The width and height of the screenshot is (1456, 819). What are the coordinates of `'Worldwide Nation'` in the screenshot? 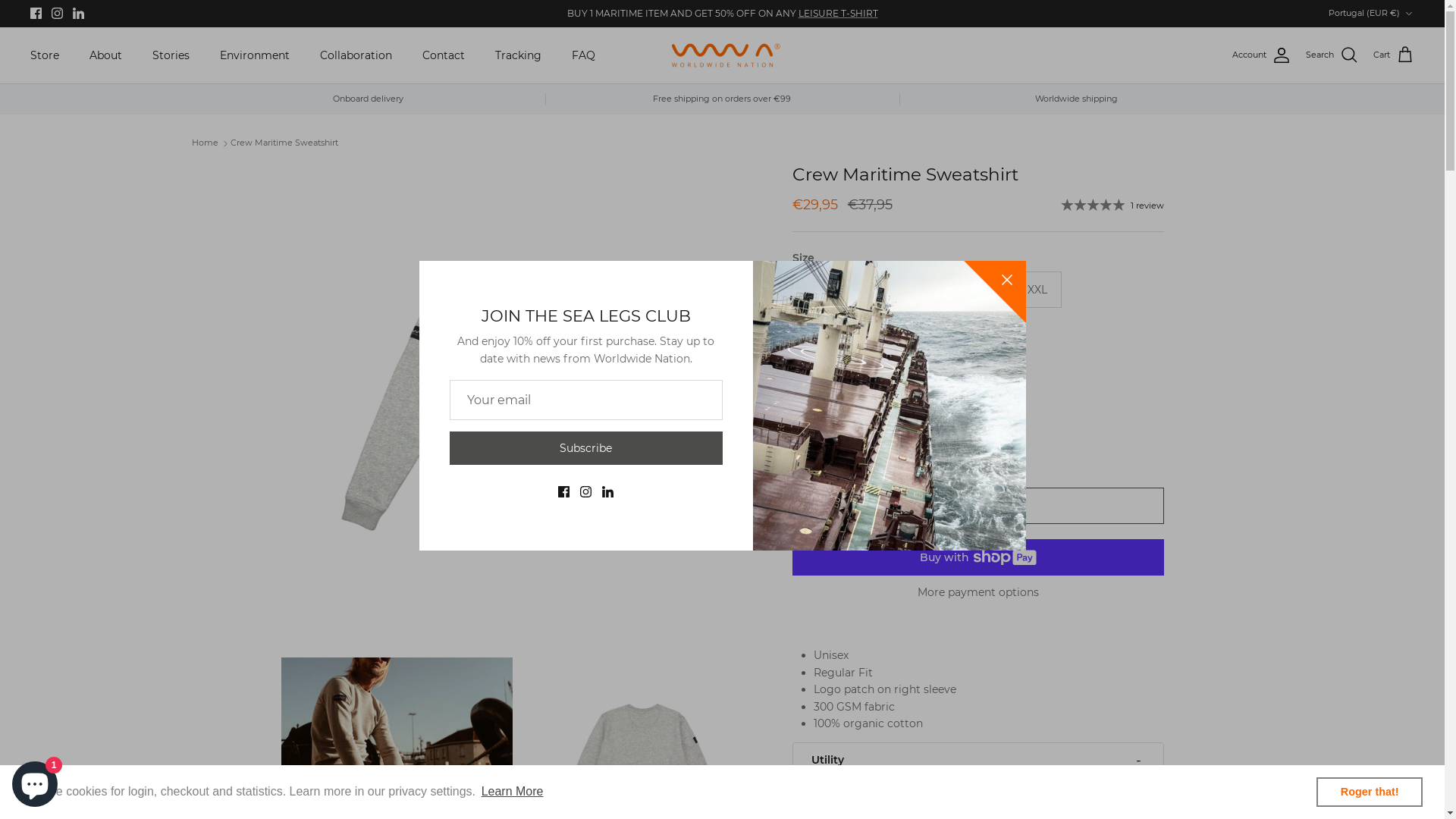 It's located at (721, 55).